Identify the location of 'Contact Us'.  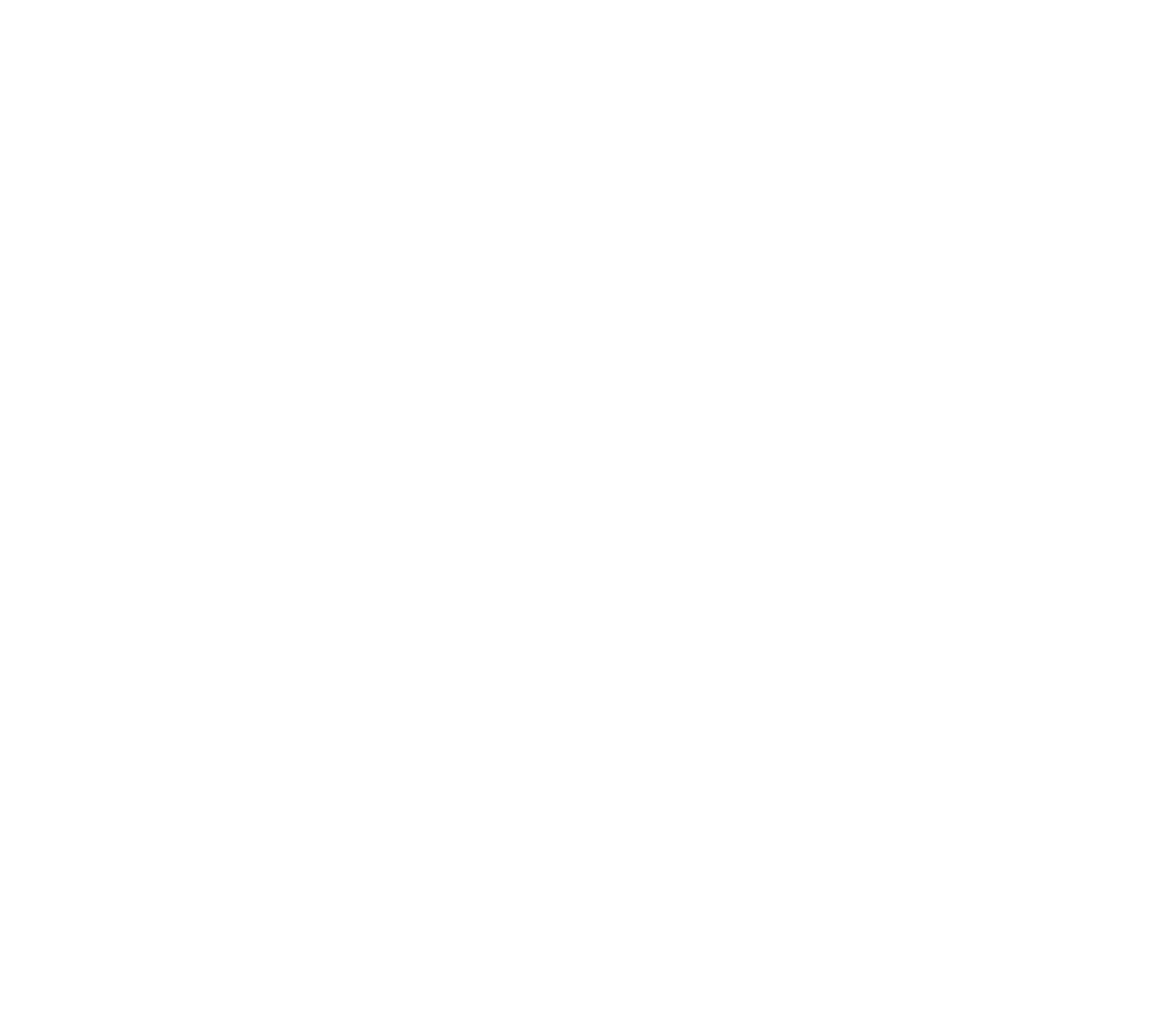
(157, 828).